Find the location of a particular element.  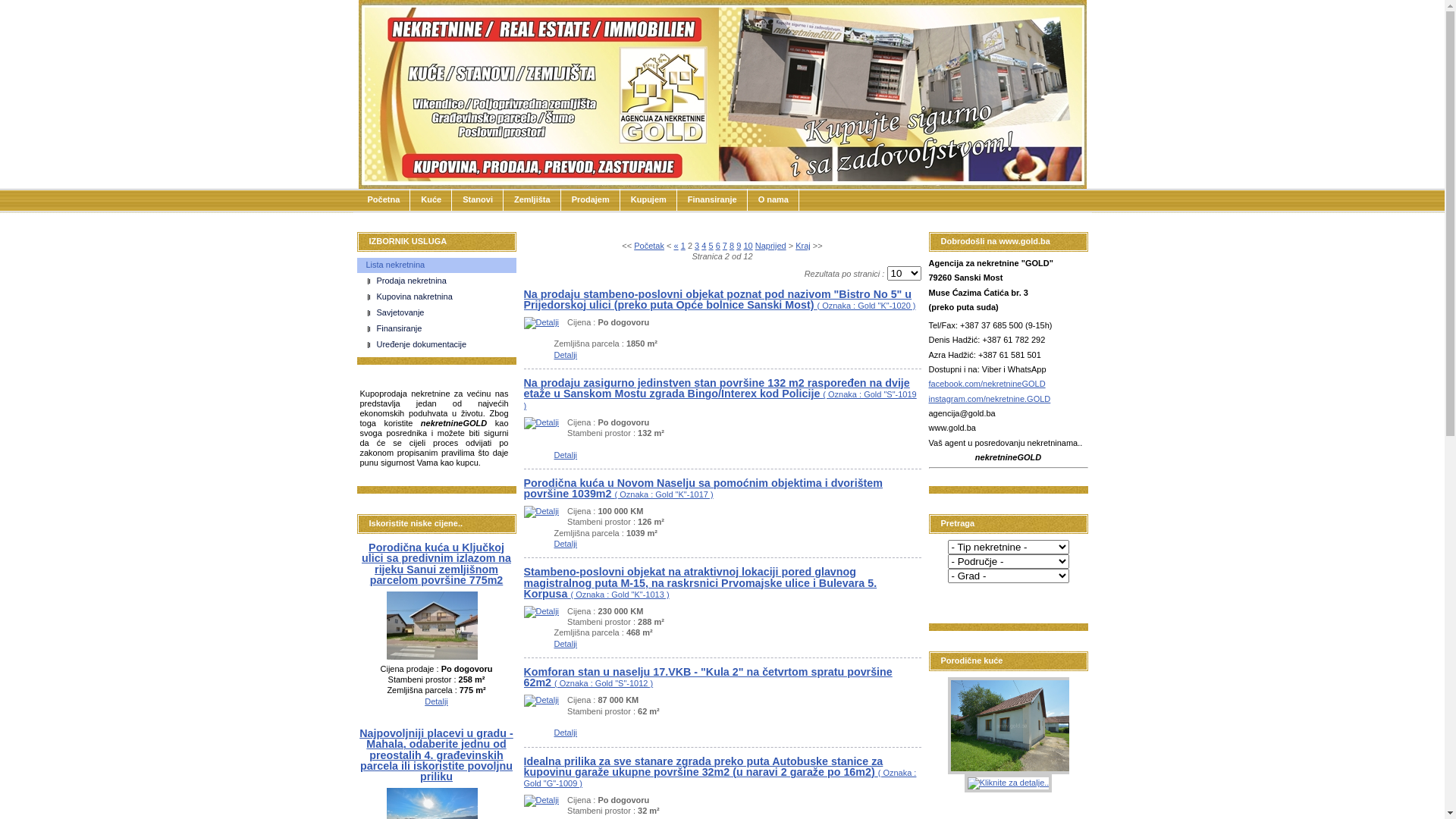

'5' is located at coordinates (709, 245).